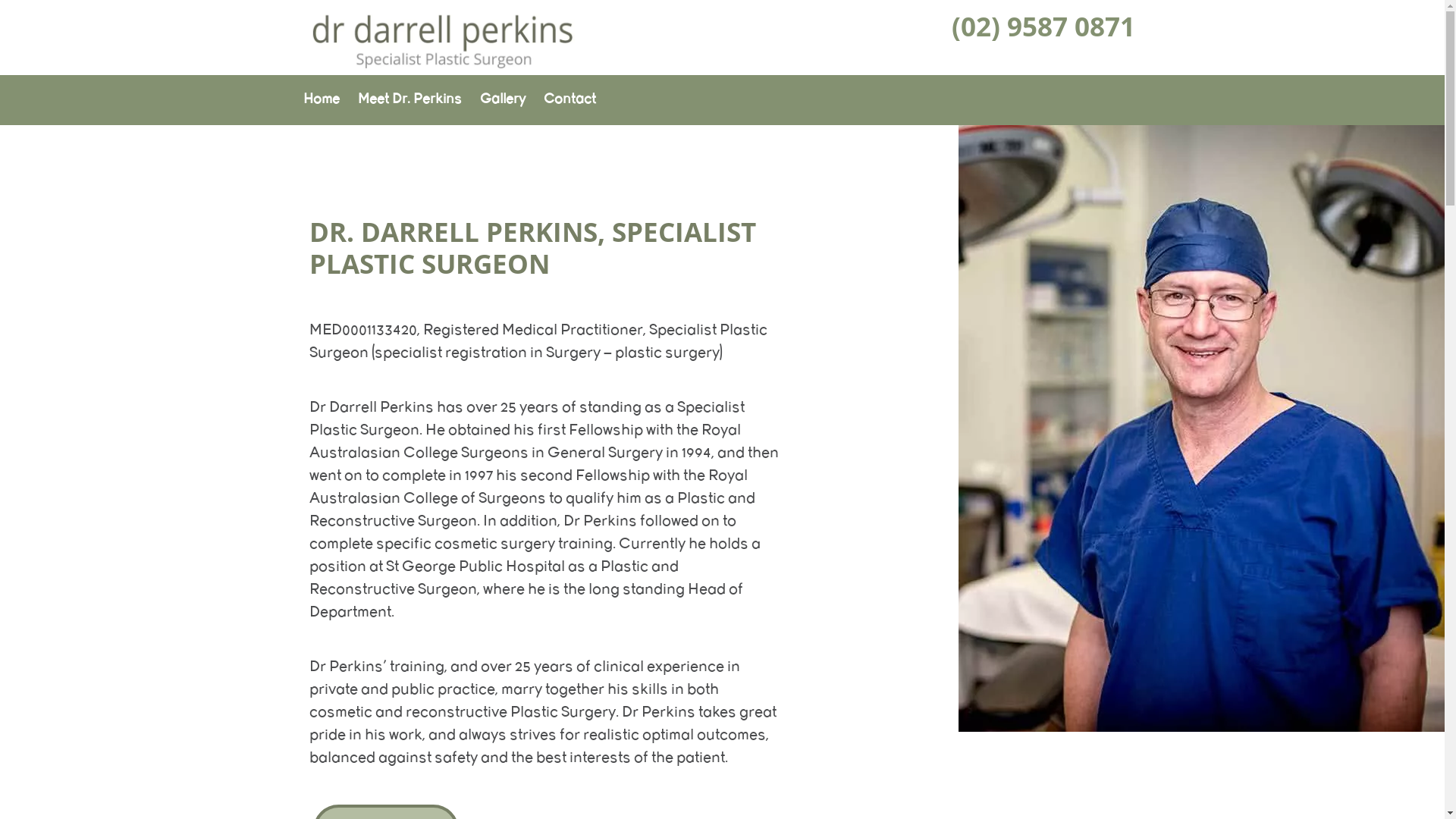  What do you see at coordinates (320, 99) in the screenshot?
I see `'Home'` at bounding box center [320, 99].